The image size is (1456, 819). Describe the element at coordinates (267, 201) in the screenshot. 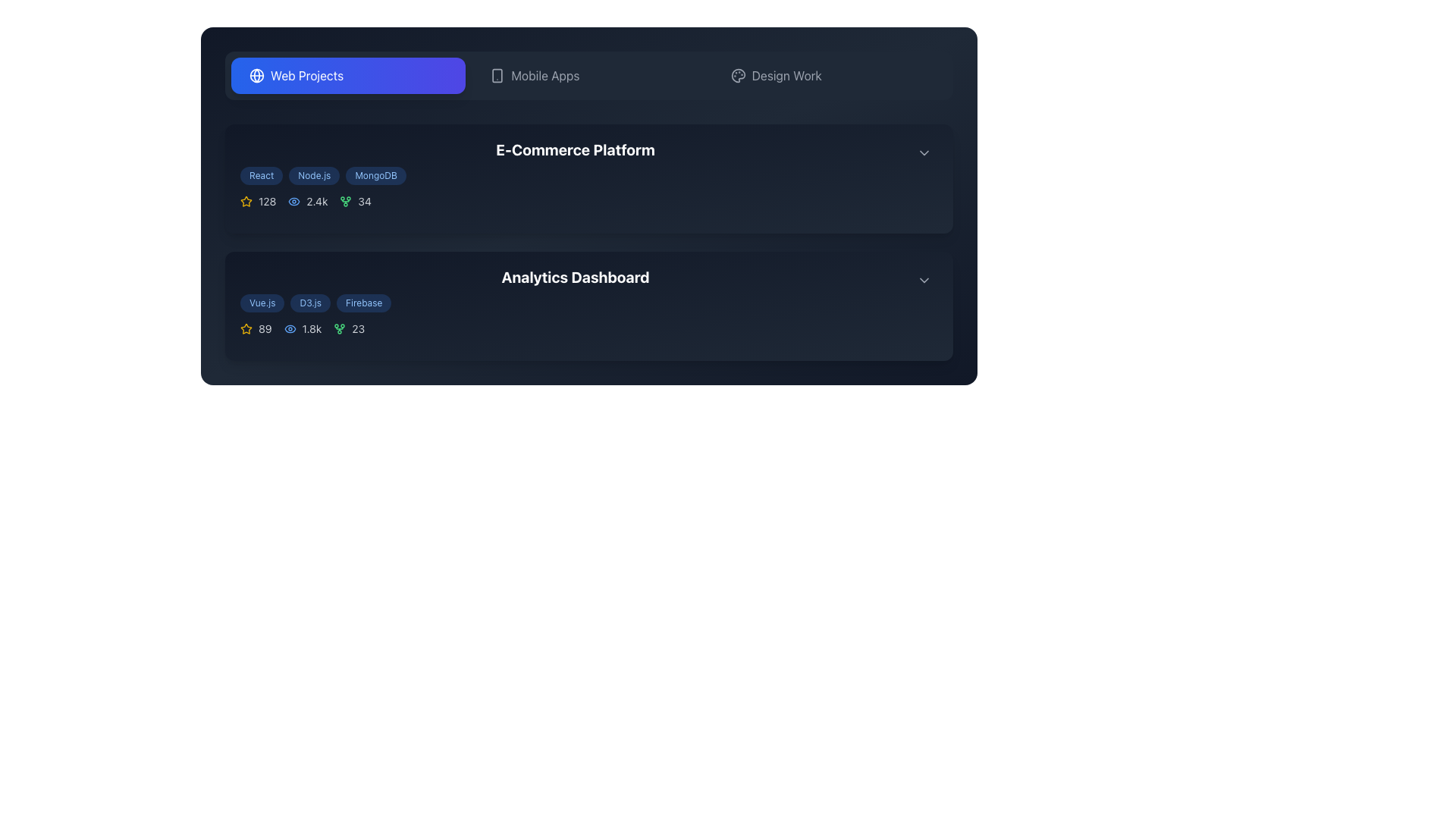

I see `the static text '128' indicating a count or rating next to the star icon in the 'E-Commerce Platform' card within the 'Web Projects' section` at that location.